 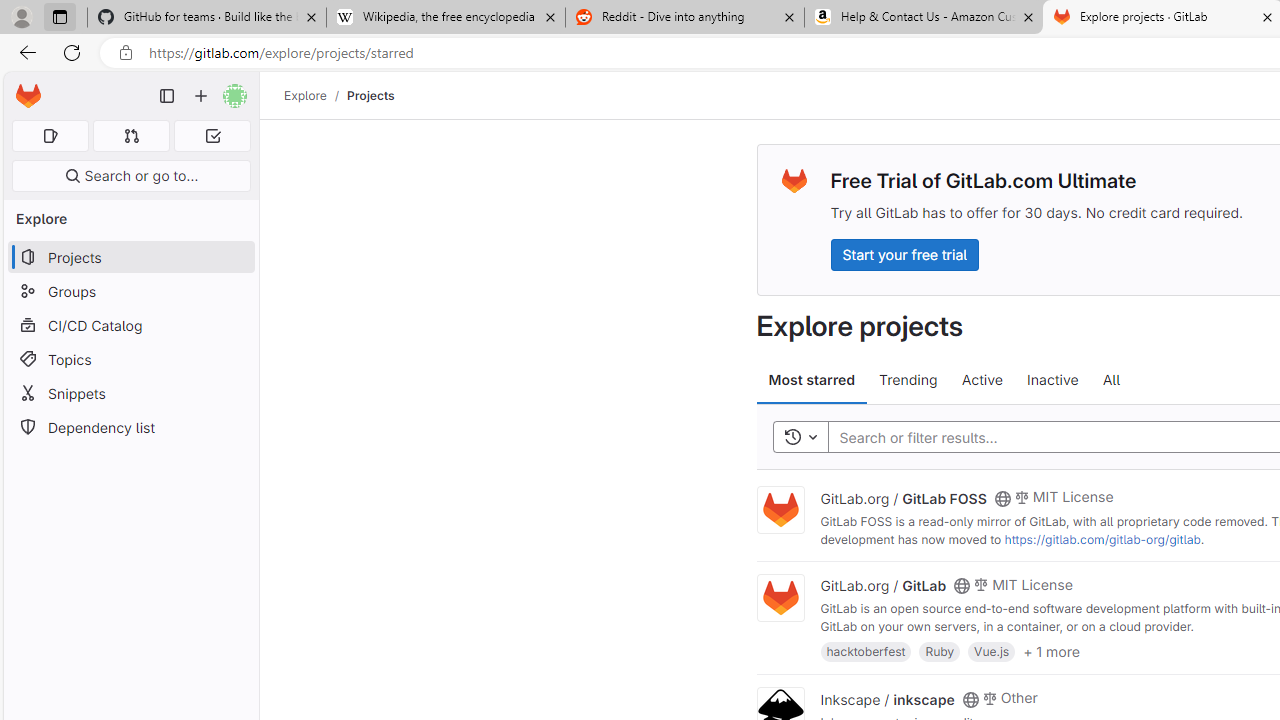 I want to click on 'Snippets', so click(x=130, y=393).